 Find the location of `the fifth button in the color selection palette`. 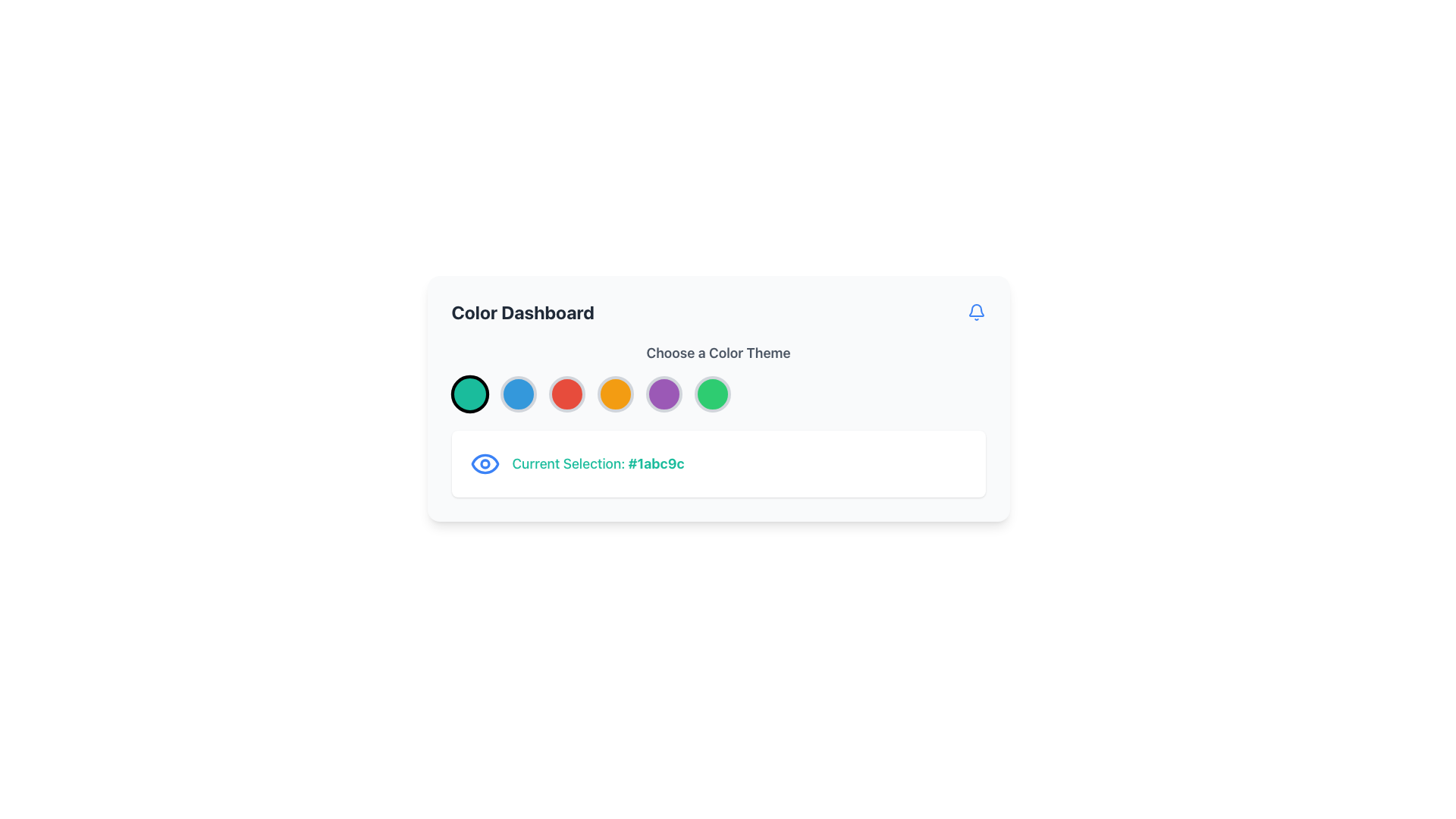

the fifth button in the color selection palette is located at coordinates (664, 394).